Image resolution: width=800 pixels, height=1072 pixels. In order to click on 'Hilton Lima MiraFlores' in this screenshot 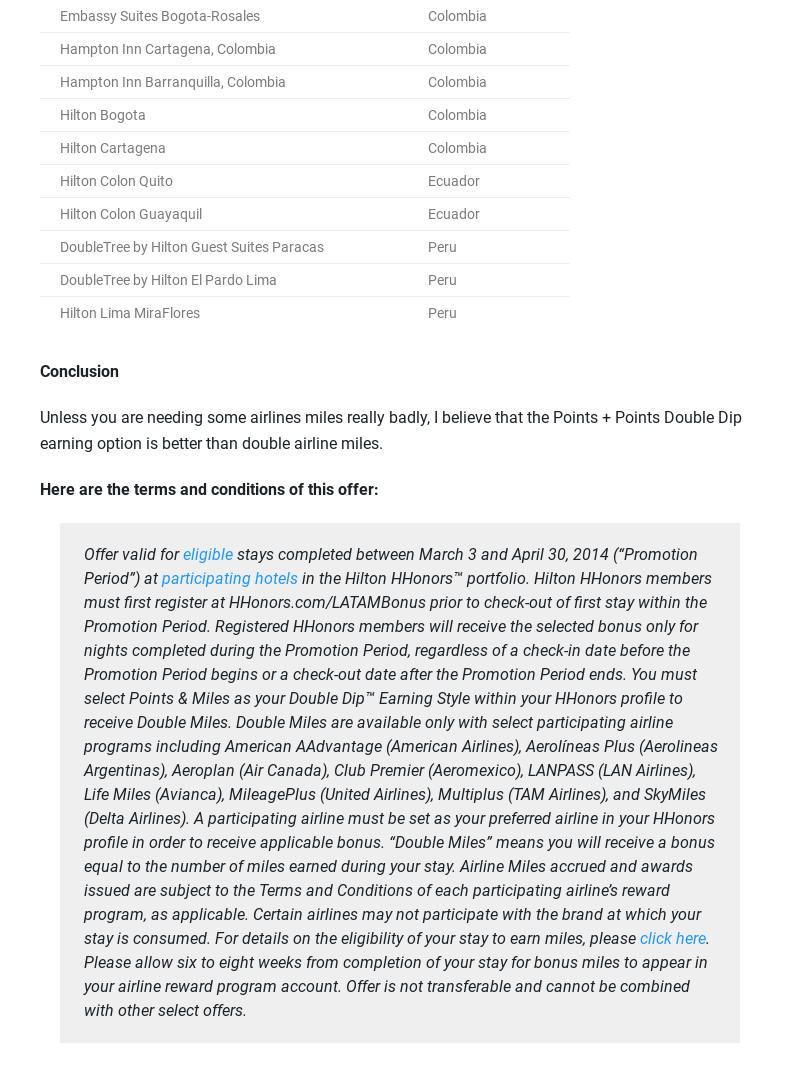, I will do `click(129, 312)`.